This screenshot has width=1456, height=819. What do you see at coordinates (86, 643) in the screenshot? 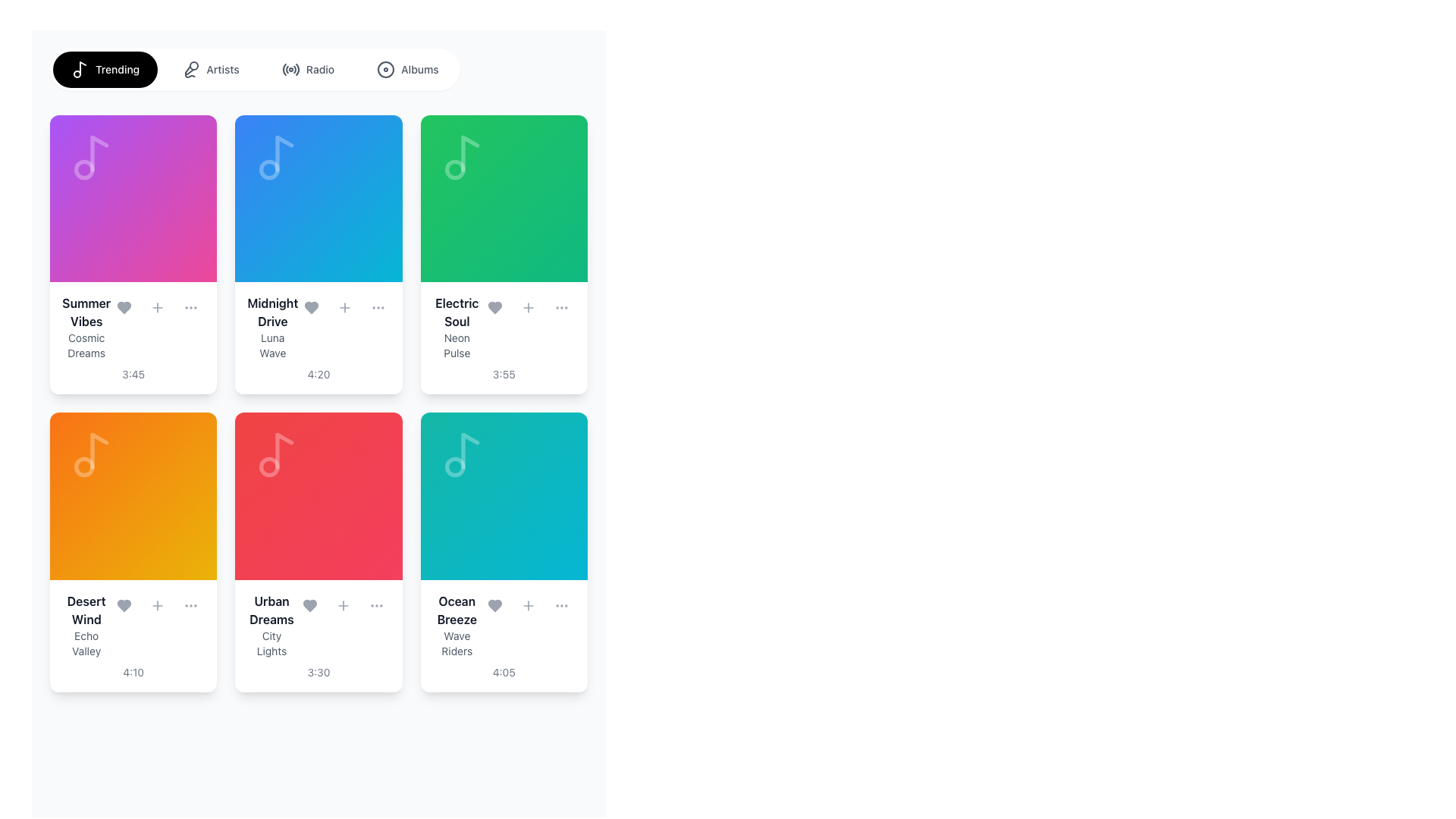
I see `the static text label that displays additional descriptive information about the media item, located beneath the title 'Desert Wind' and above the duration label '4:10' in the lower-left card of a 2x4 grid layout` at bounding box center [86, 643].